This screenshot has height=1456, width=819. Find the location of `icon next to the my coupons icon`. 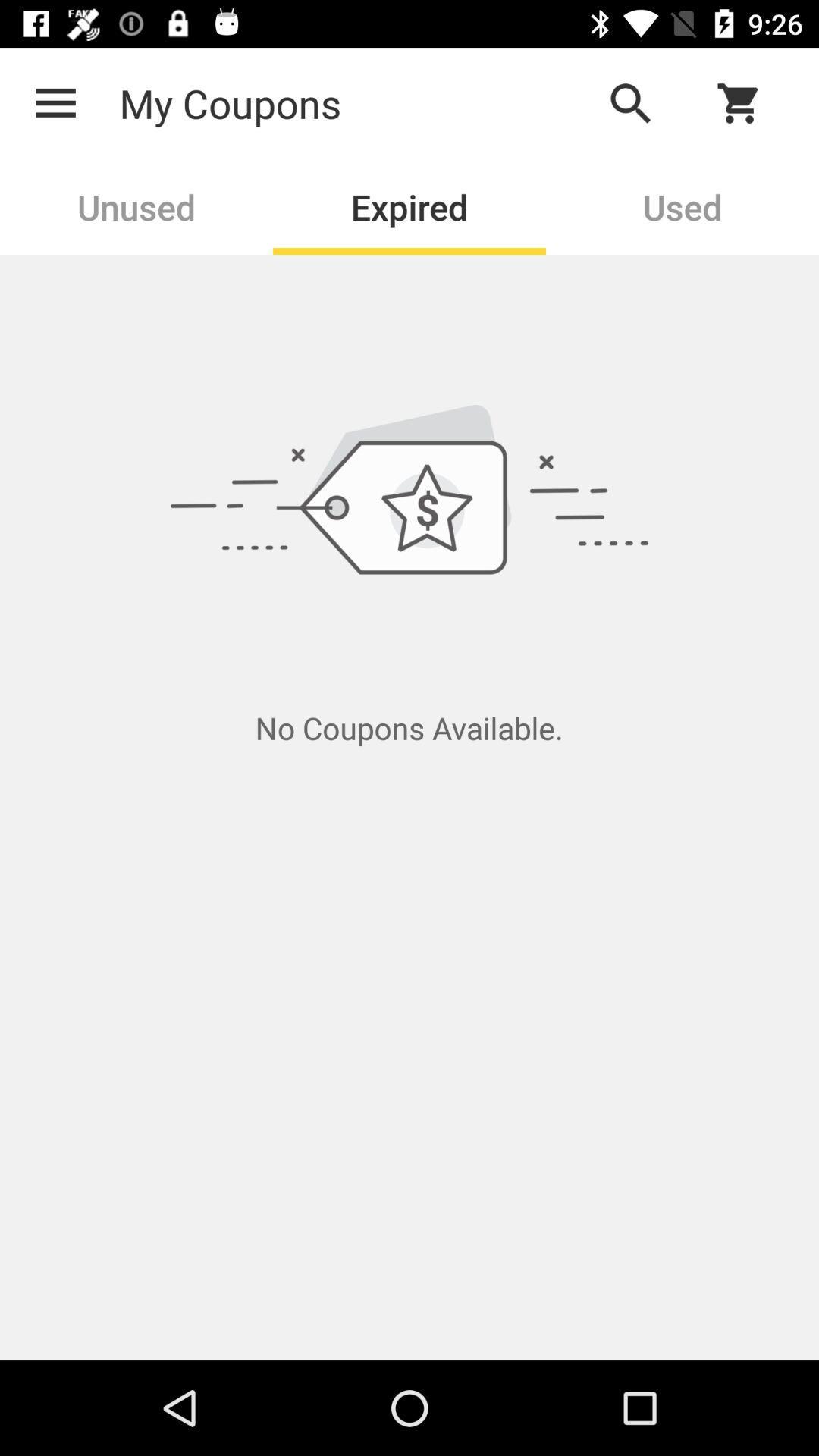

icon next to the my coupons icon is located at coordinates (55, 102).